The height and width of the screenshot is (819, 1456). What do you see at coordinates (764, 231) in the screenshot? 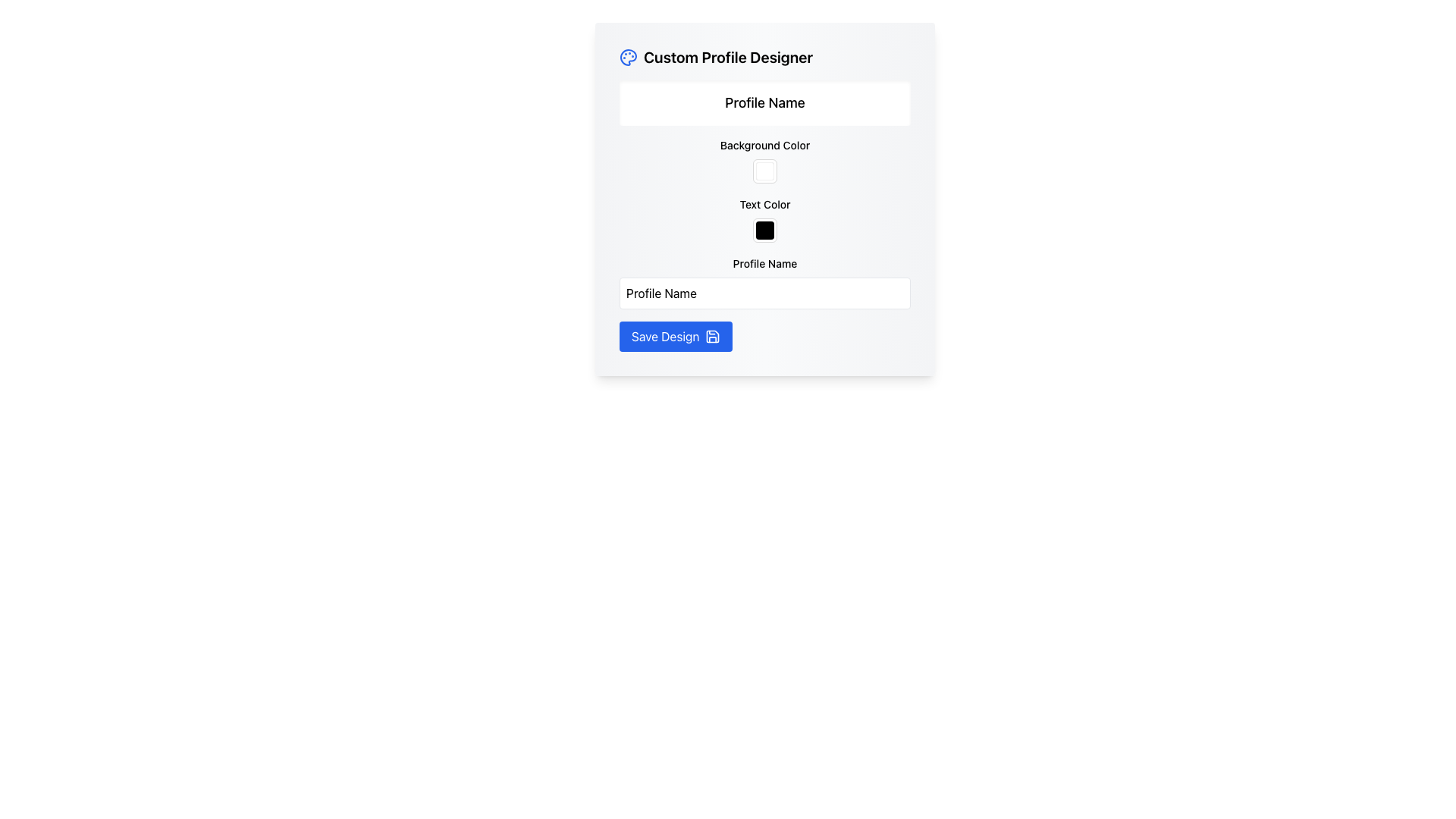
I see `the Color Block located below the 'Text Color' label in the color picker interface` at bounding box center [764, 231].